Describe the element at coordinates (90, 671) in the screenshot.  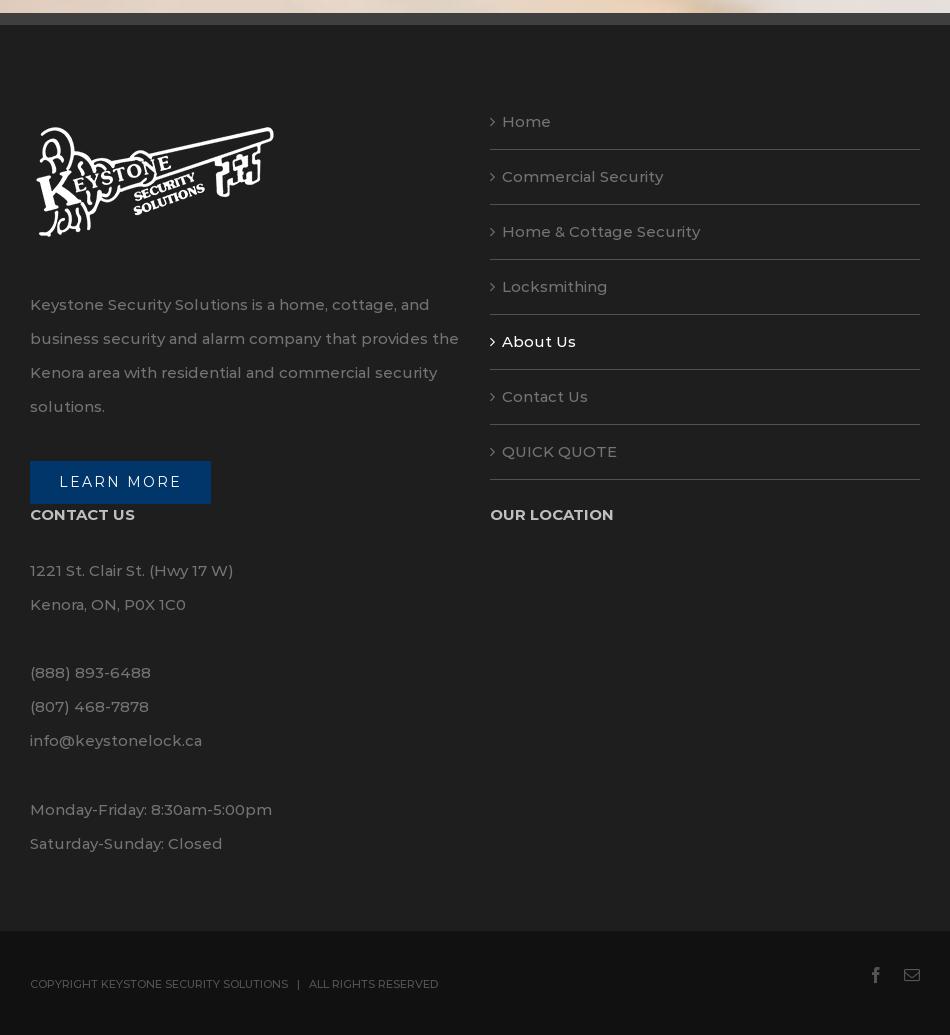
I see `'(888) 893-6488'` at that location.